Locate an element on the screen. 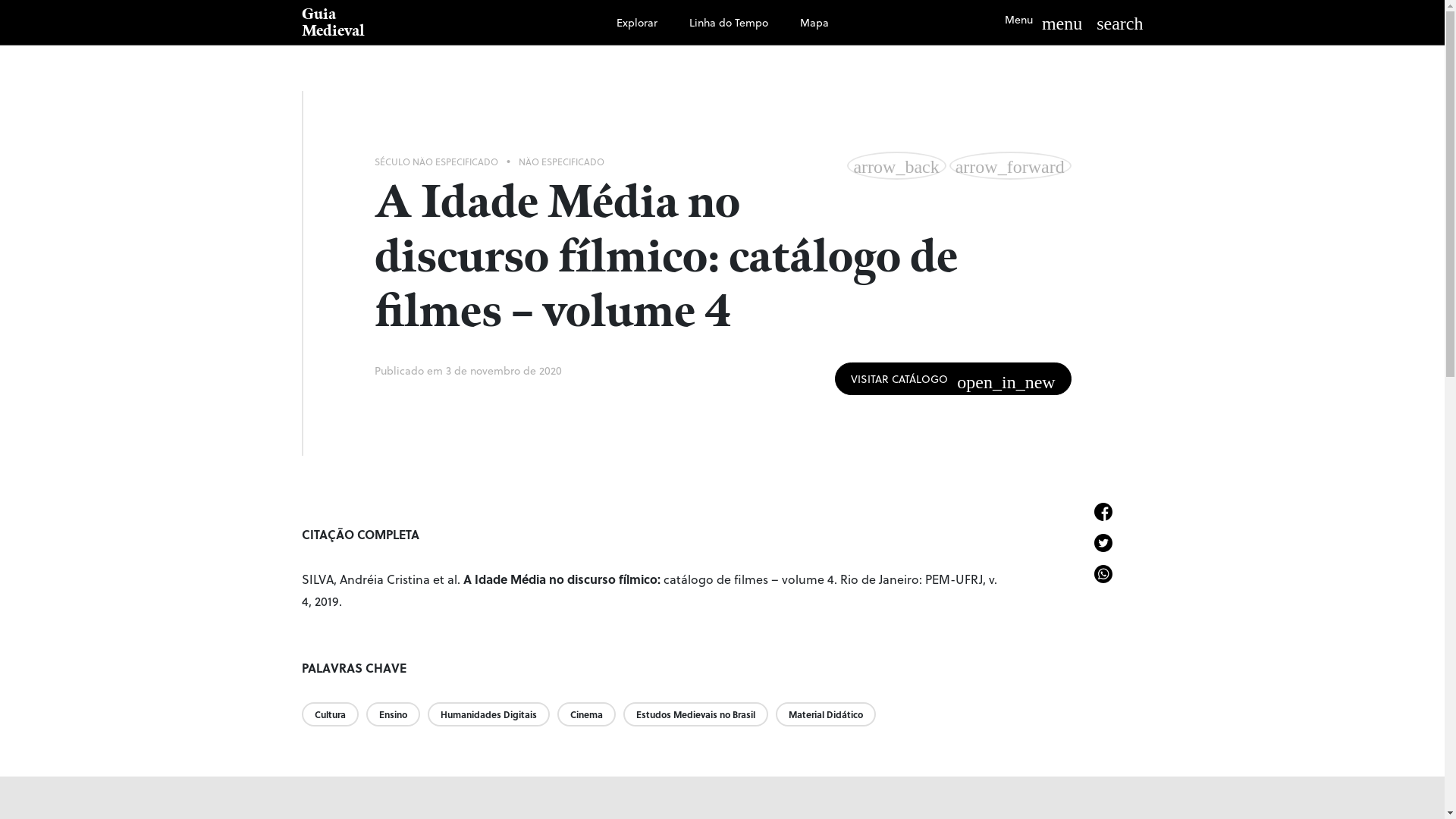 This screenshot has width=1456, height=819. 'Cultura' is located at coordinates (333, 713).